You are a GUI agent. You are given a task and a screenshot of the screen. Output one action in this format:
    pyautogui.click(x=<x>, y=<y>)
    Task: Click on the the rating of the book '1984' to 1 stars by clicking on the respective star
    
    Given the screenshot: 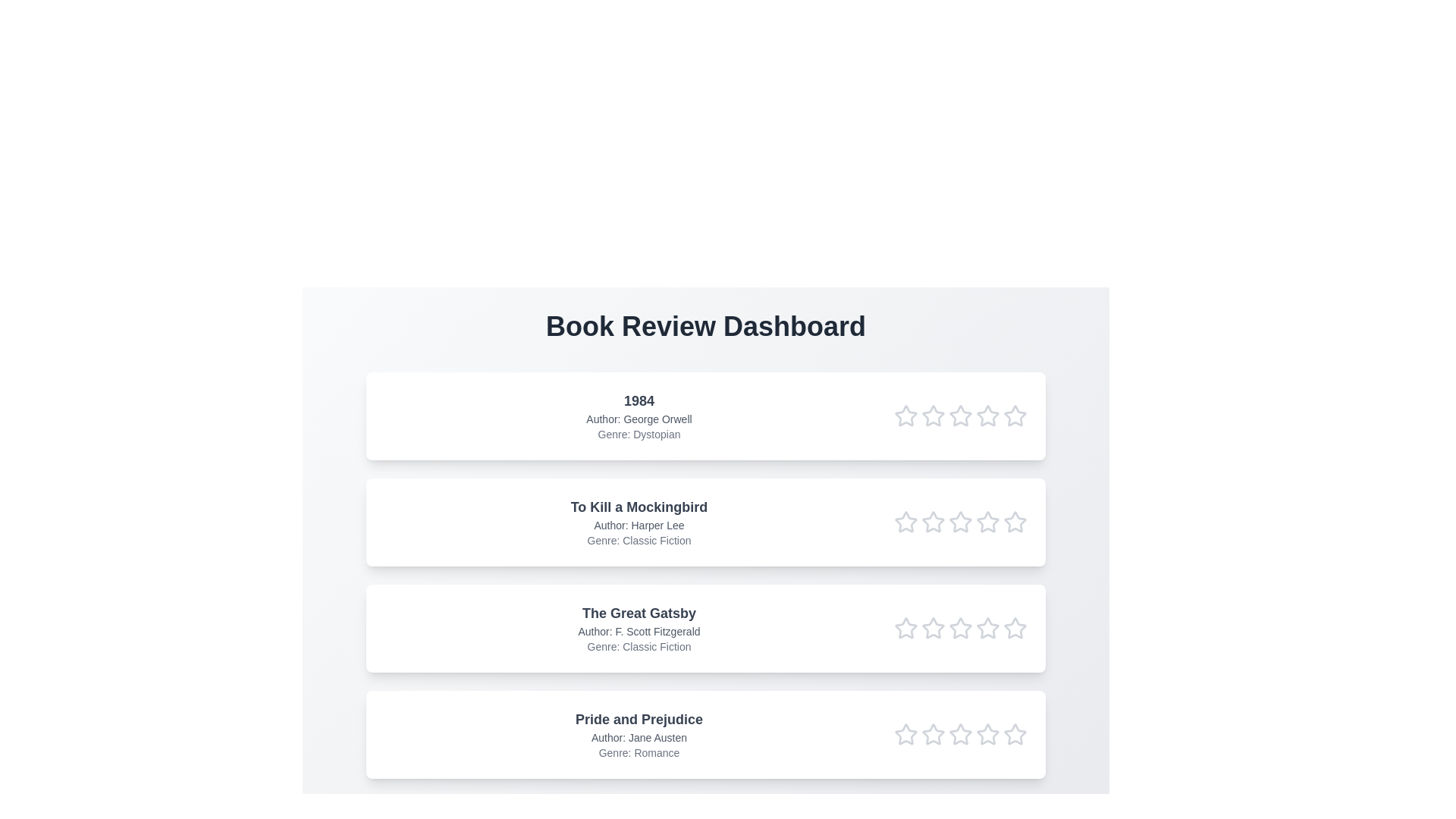 What is the action you would take?
    pyautogui.click(x=906, y=416)
    